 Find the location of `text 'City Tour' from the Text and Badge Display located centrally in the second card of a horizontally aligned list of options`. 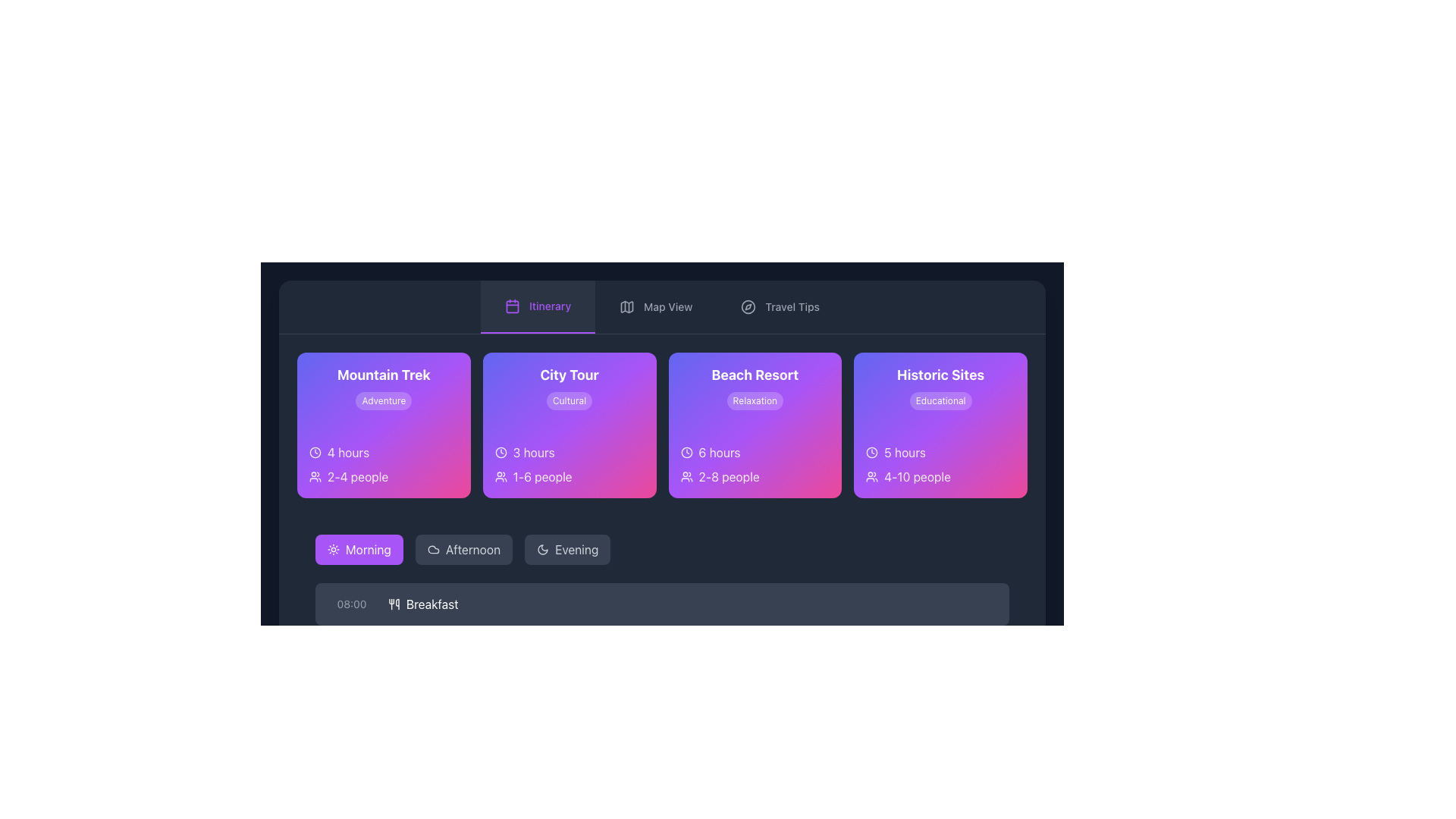

text 'City Tour' from the Text and Badge Display located centrally in the second card of a horizontally aligned list of options is located at coordinates (569, 386).